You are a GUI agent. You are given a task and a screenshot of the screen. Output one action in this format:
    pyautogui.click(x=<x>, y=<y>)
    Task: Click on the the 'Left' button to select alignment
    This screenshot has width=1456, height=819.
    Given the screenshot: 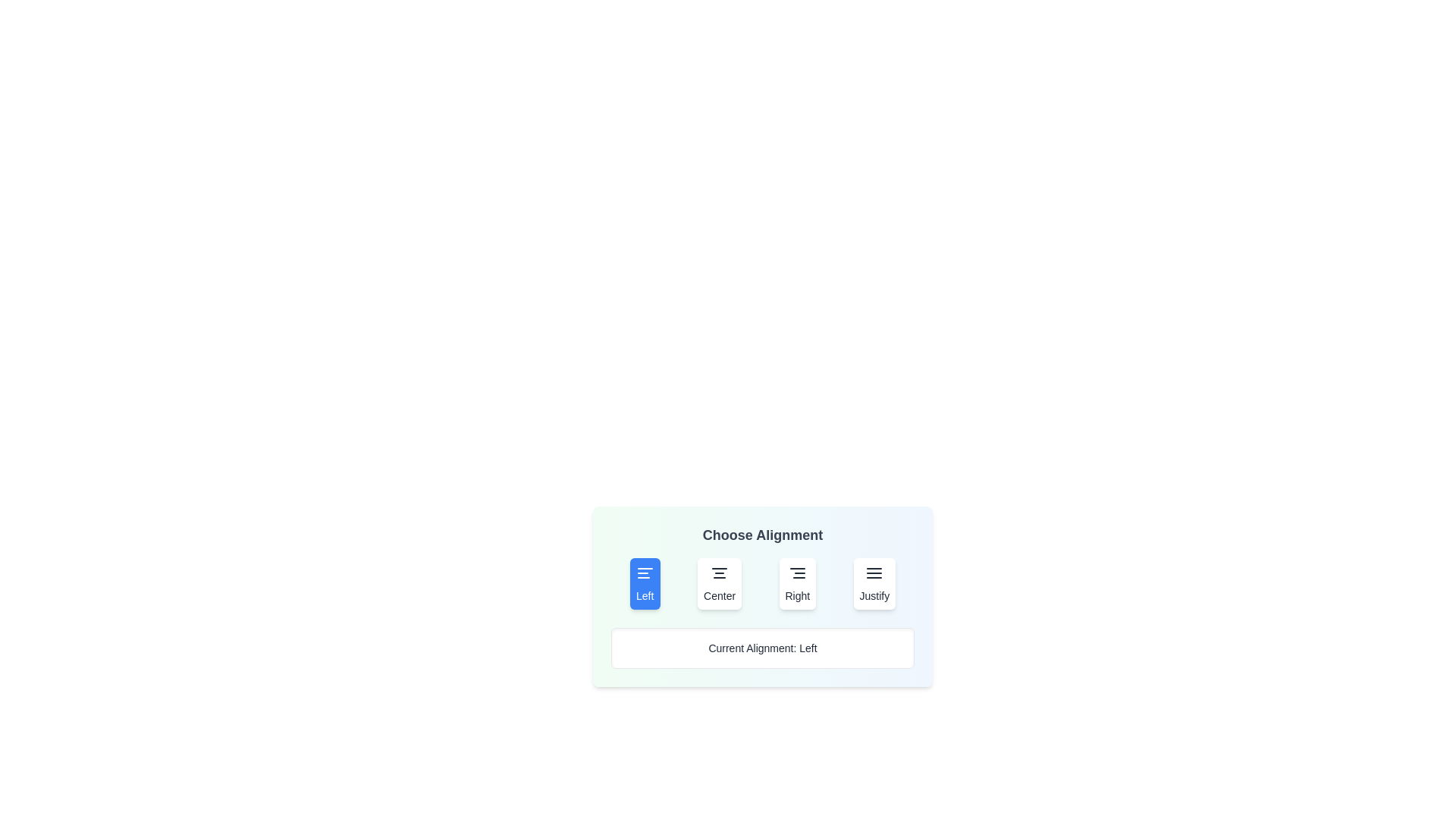 What is the action you would take?
    pyautogui.click(x=645, y=583)
    